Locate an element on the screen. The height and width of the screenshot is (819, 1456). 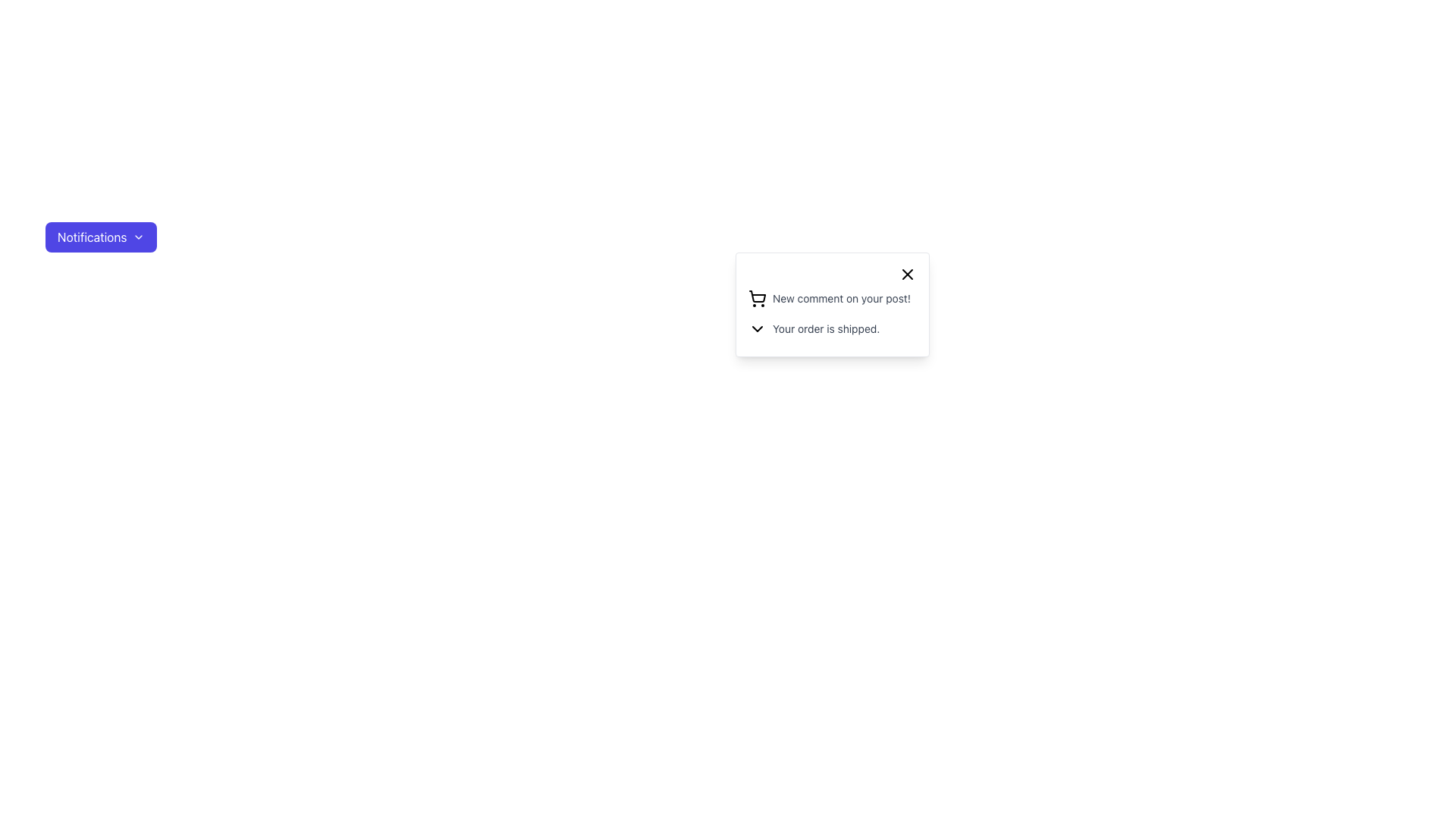
the close button represented by an 'X' shape located in the upper-right corner of the notification card is located at coordinates (907, 275).